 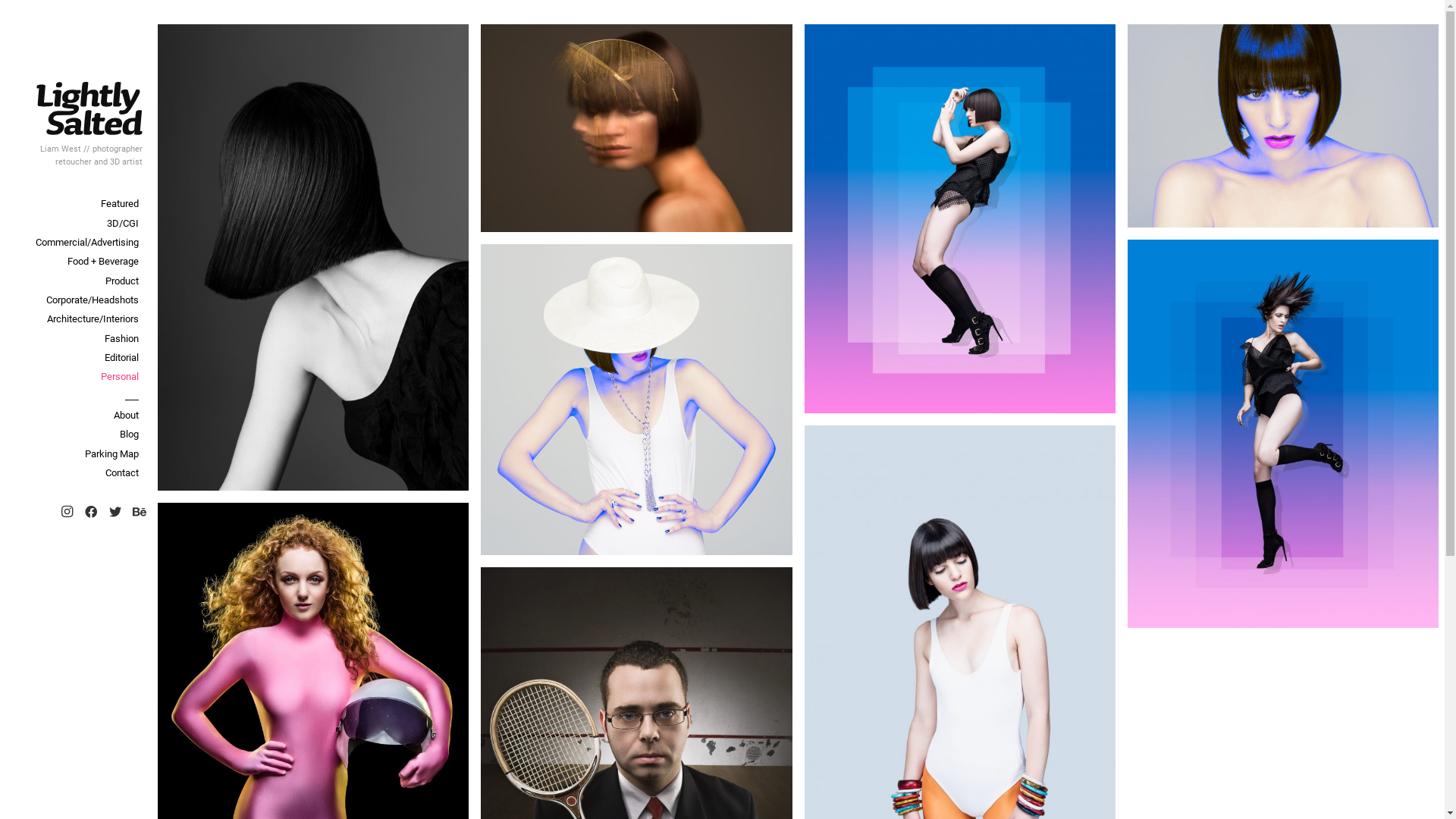 What do you see at coordinates (65, 512) in the screenshot?
I see `'Instagram'` at bounding box center [65, 512].